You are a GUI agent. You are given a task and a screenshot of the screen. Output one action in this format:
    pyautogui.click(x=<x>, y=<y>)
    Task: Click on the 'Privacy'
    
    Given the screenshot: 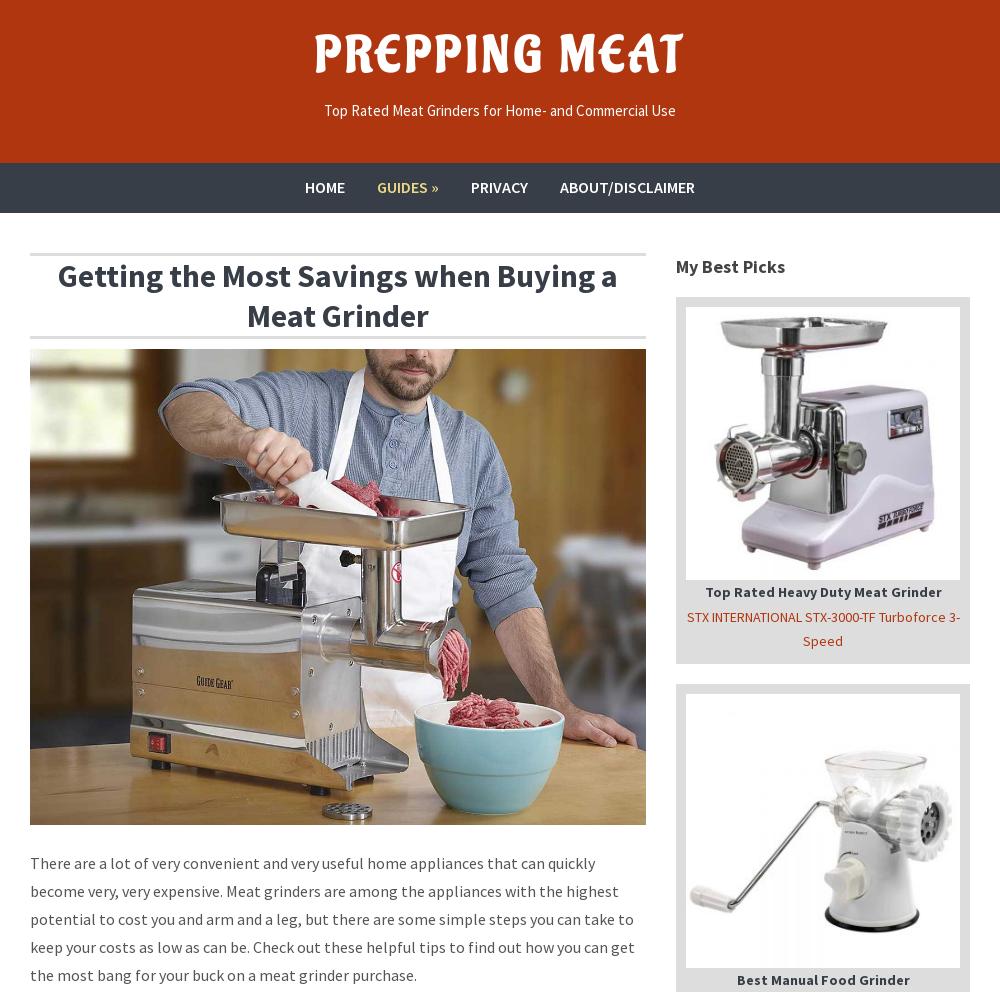 What is the action you would take?
    pyautogui.click(x=498, y=185)
    